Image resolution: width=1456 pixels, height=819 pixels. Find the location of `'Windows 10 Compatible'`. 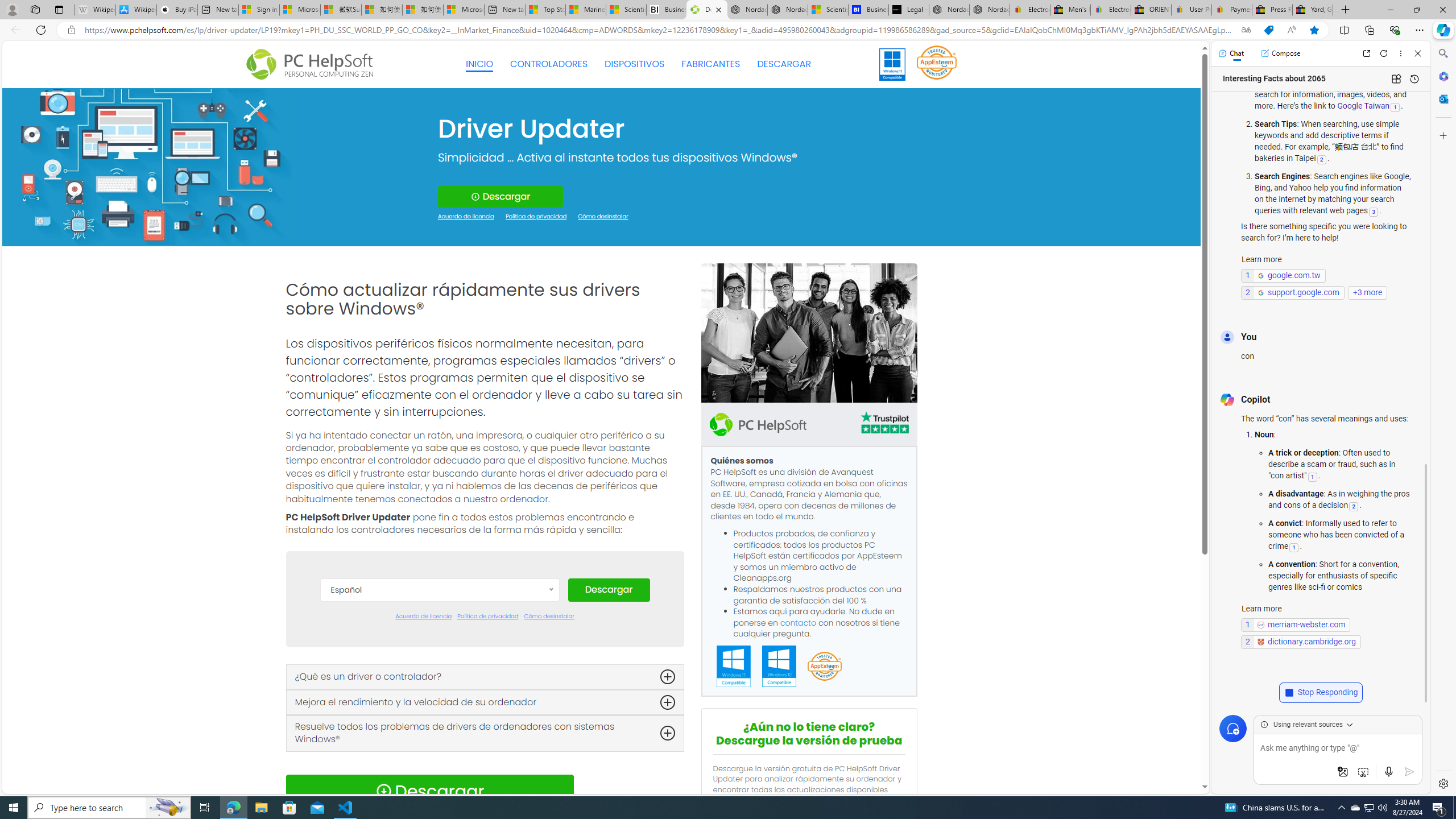

'Windows 10 Compatible' is located at coordinates (779, 666).